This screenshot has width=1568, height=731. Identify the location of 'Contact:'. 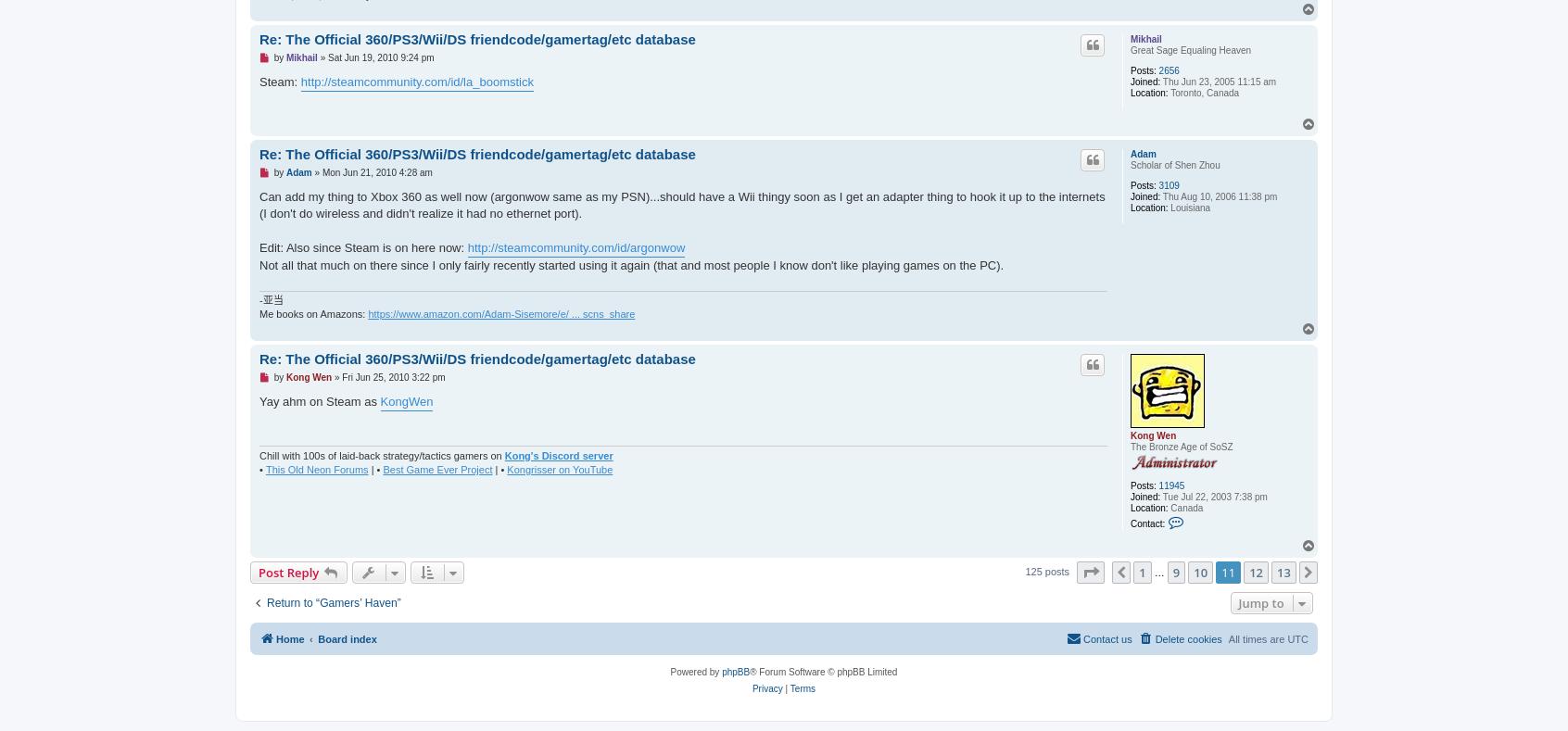
(1147, 523).